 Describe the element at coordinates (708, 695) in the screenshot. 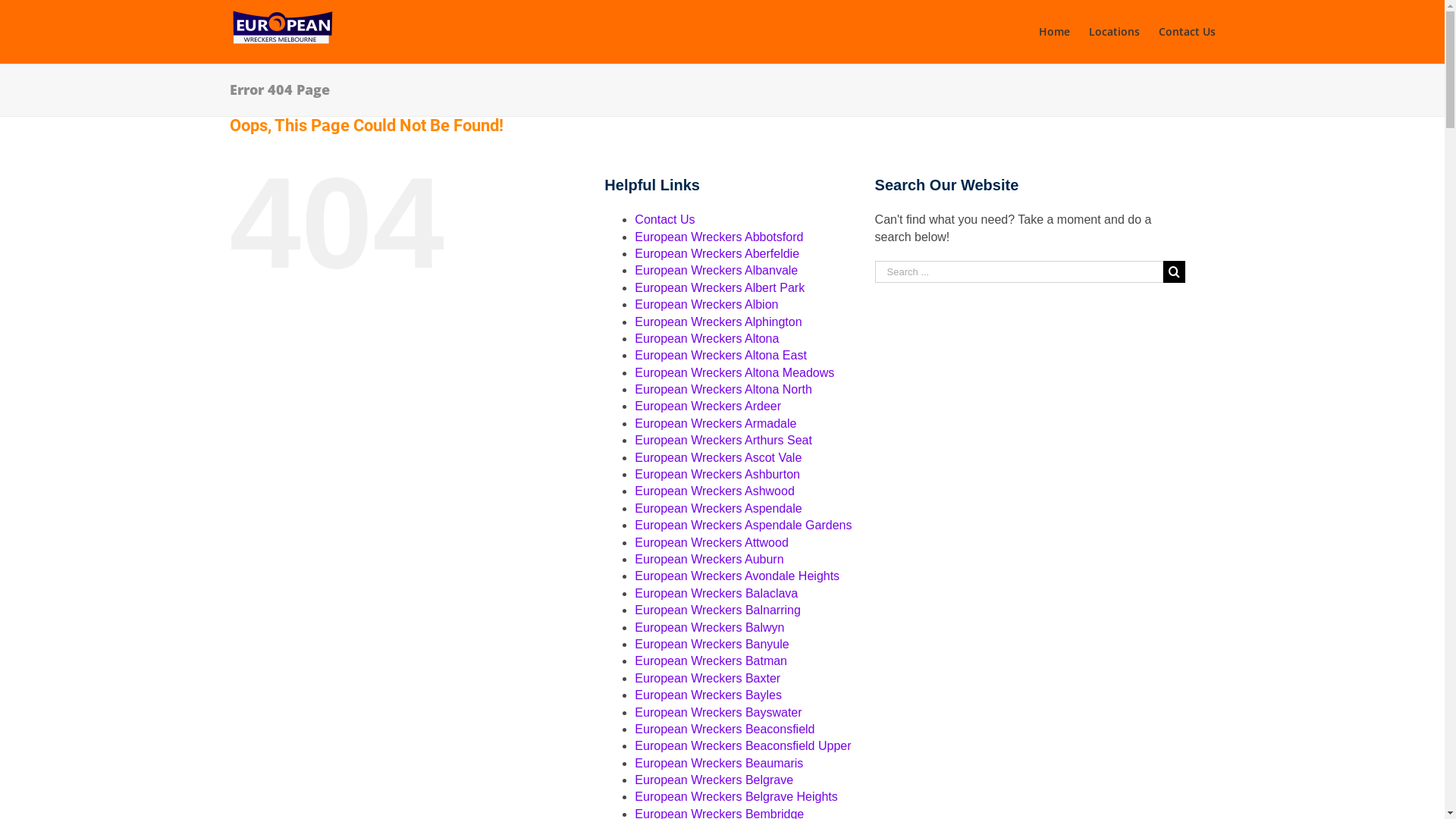

I see `'European Wreckers Bayles'` at that location.